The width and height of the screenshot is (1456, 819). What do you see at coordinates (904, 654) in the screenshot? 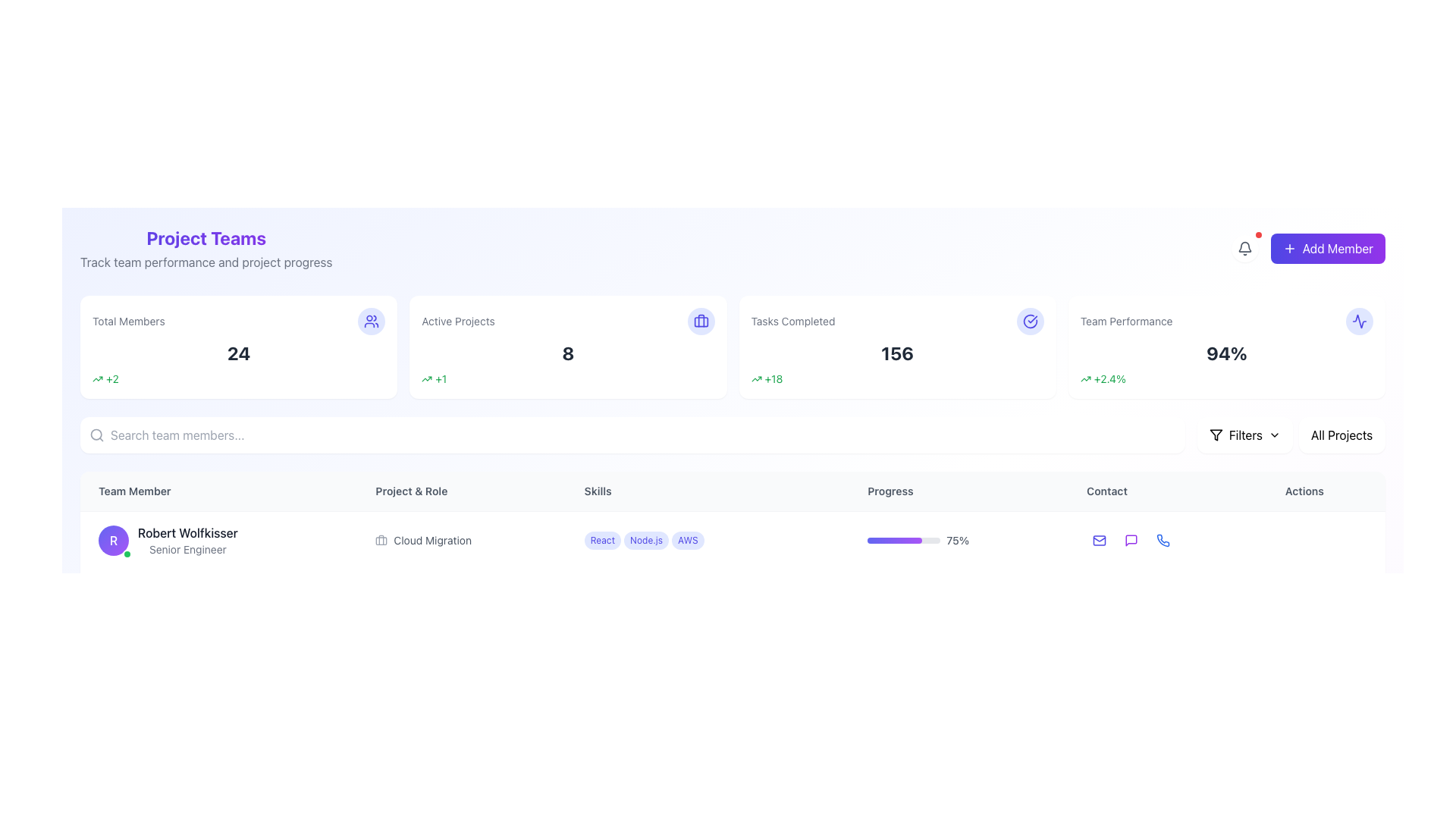
I see `the Progress Bar located under the 'Progress' column for the team member 'Robert Wolfkisser', which visually represents a percentage value of progress` at bounding box center [904, 654].